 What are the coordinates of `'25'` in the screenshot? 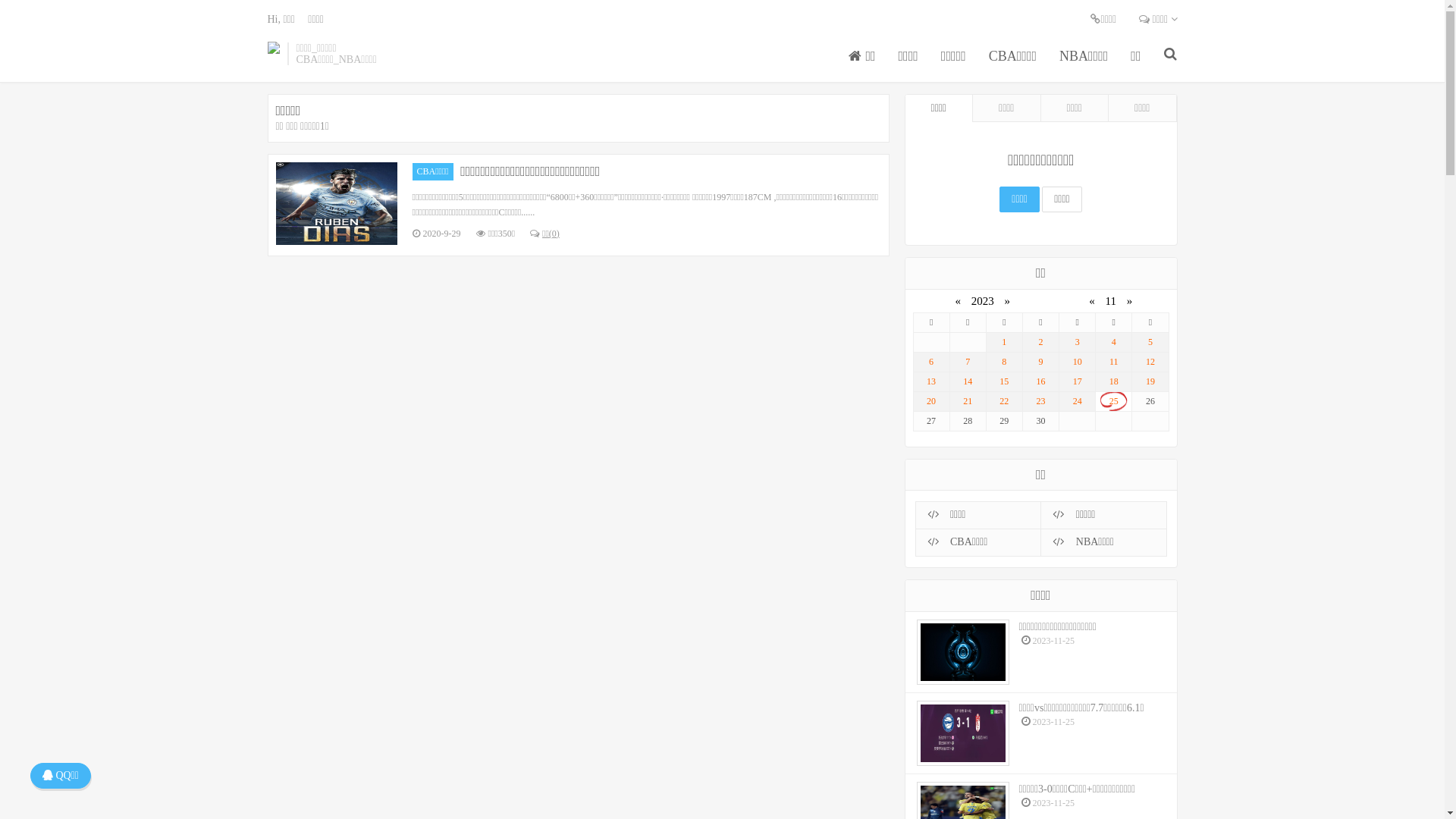 It's located at (1113, 400).